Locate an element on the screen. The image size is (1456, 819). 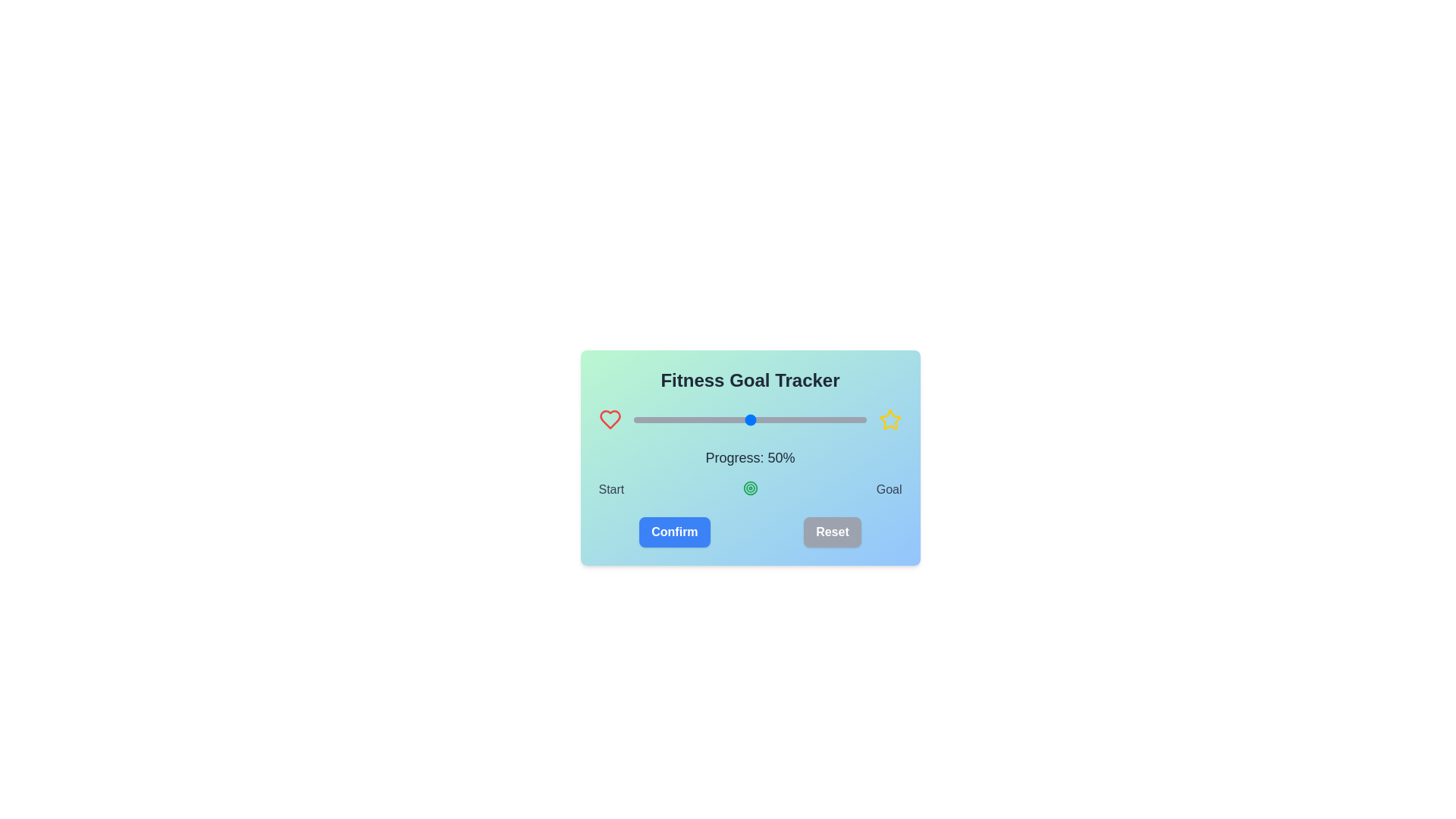
the slider to set progress to 4% is located at coordinates (643, 420).